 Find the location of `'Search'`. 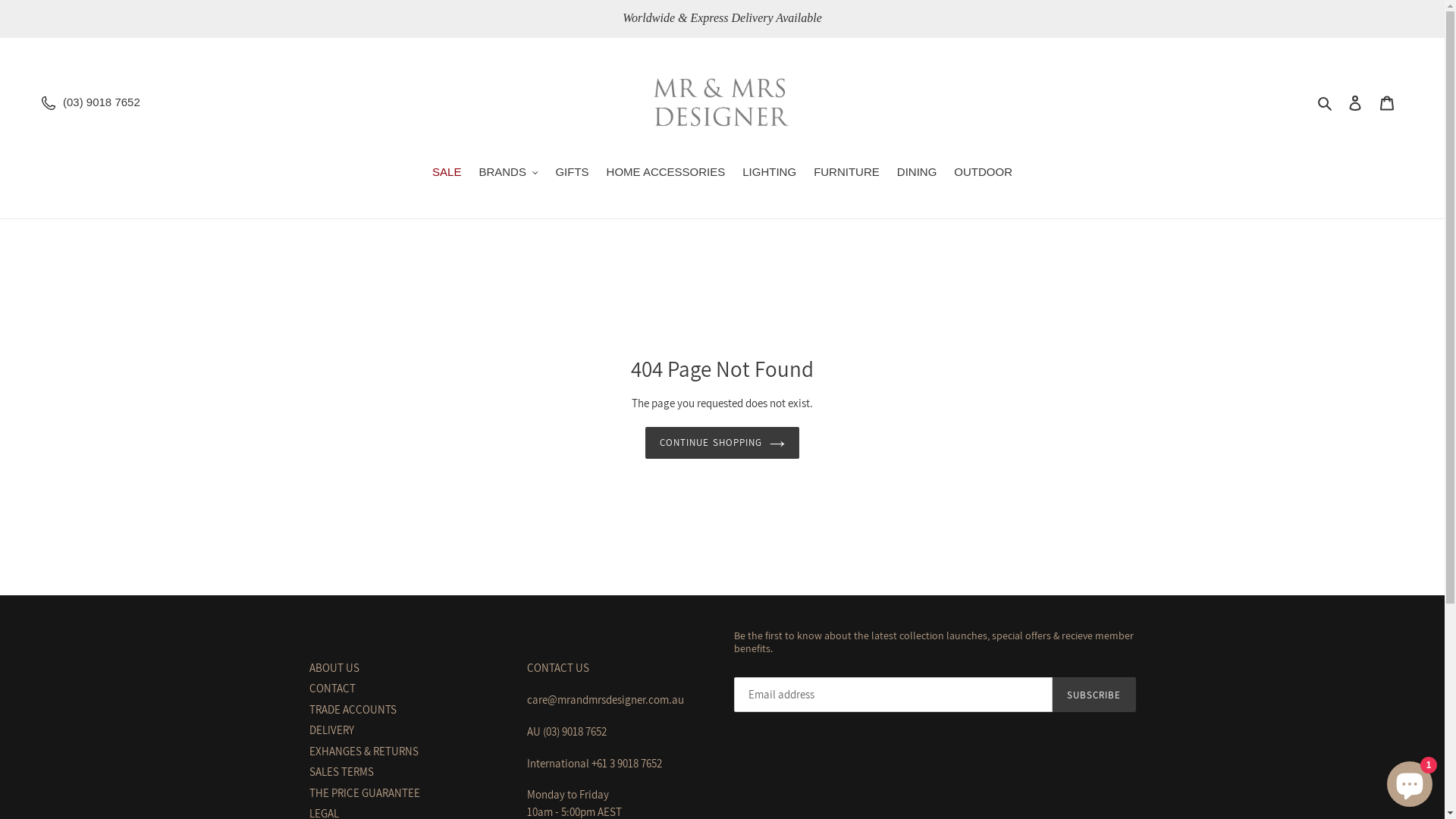

'Search' is located at coordinates (1325, 102).